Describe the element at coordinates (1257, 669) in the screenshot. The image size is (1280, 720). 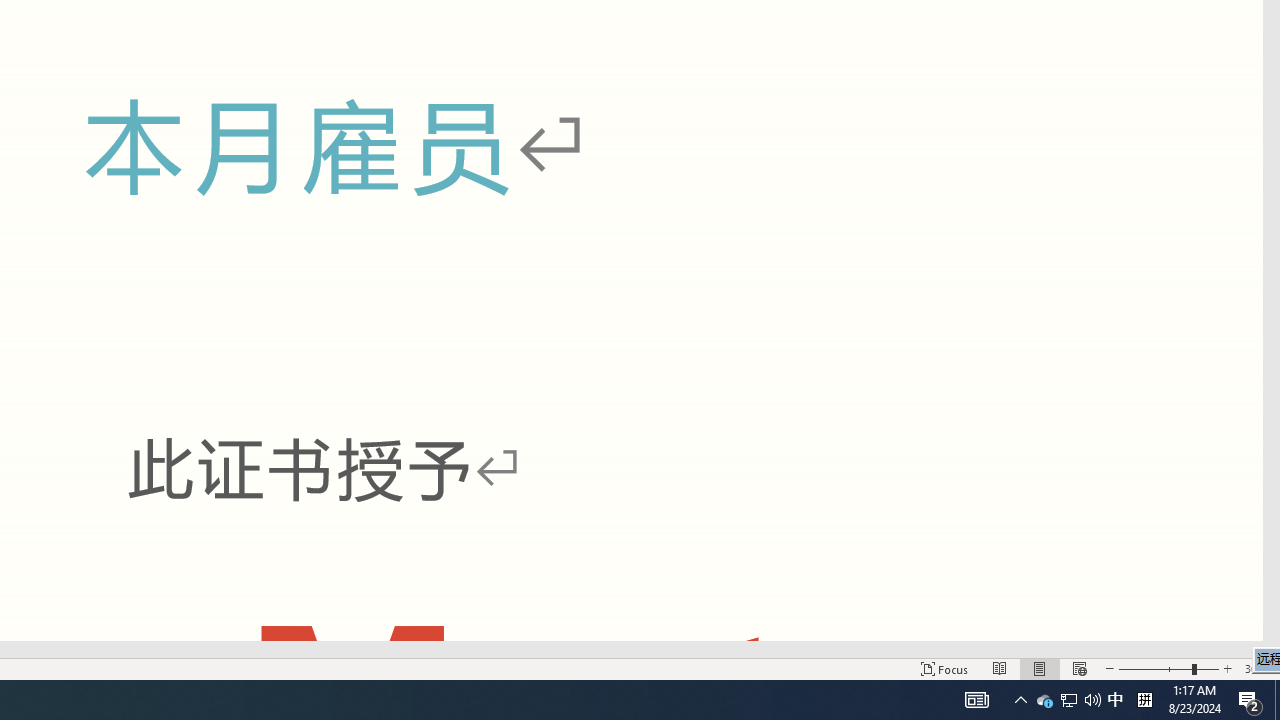
I see `'Zoom 308%'` at that location.